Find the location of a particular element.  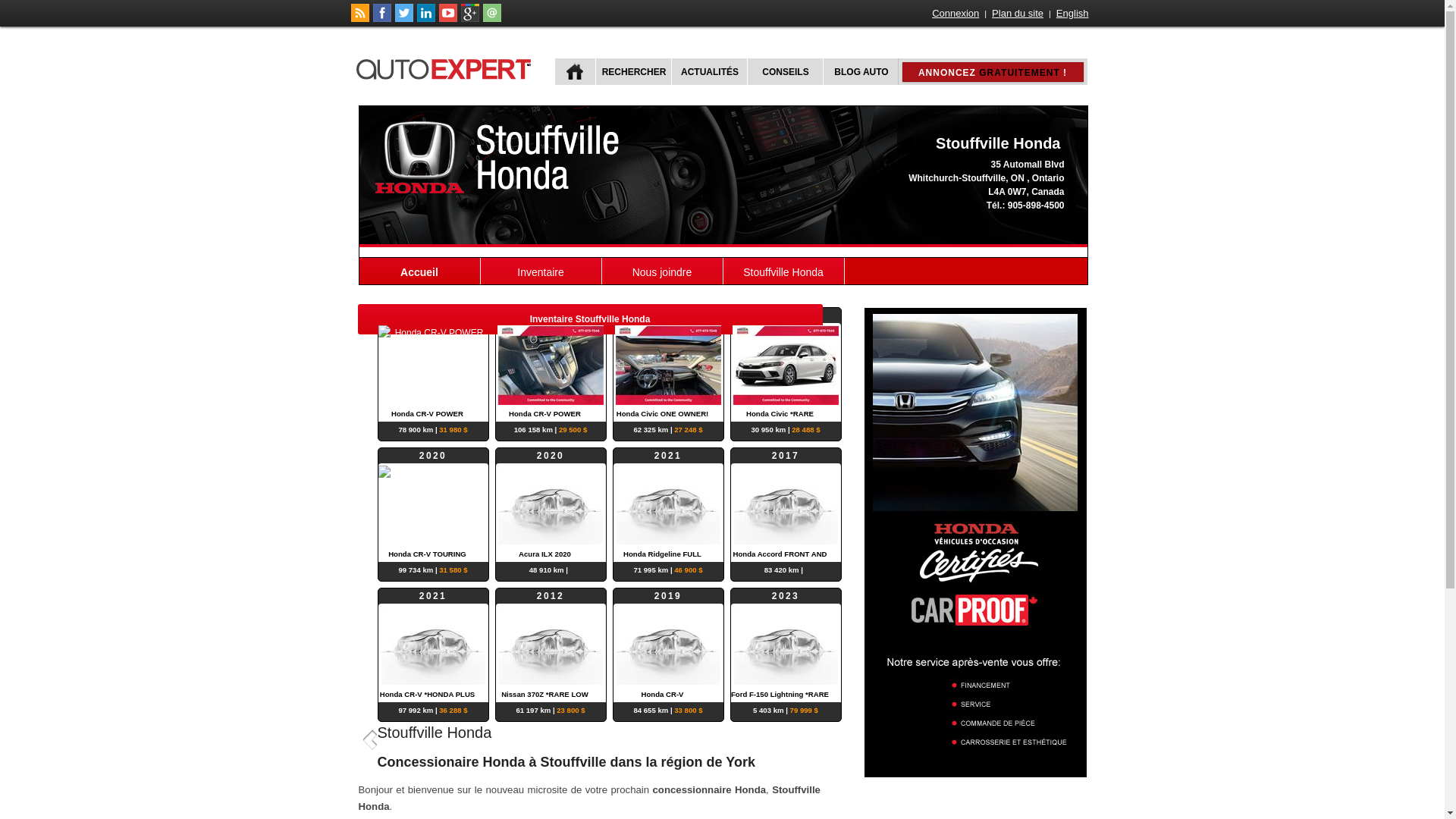

'Suivez Publications Le Guide Inc. sur LinkedIn' is located at coordinates (417, 18).